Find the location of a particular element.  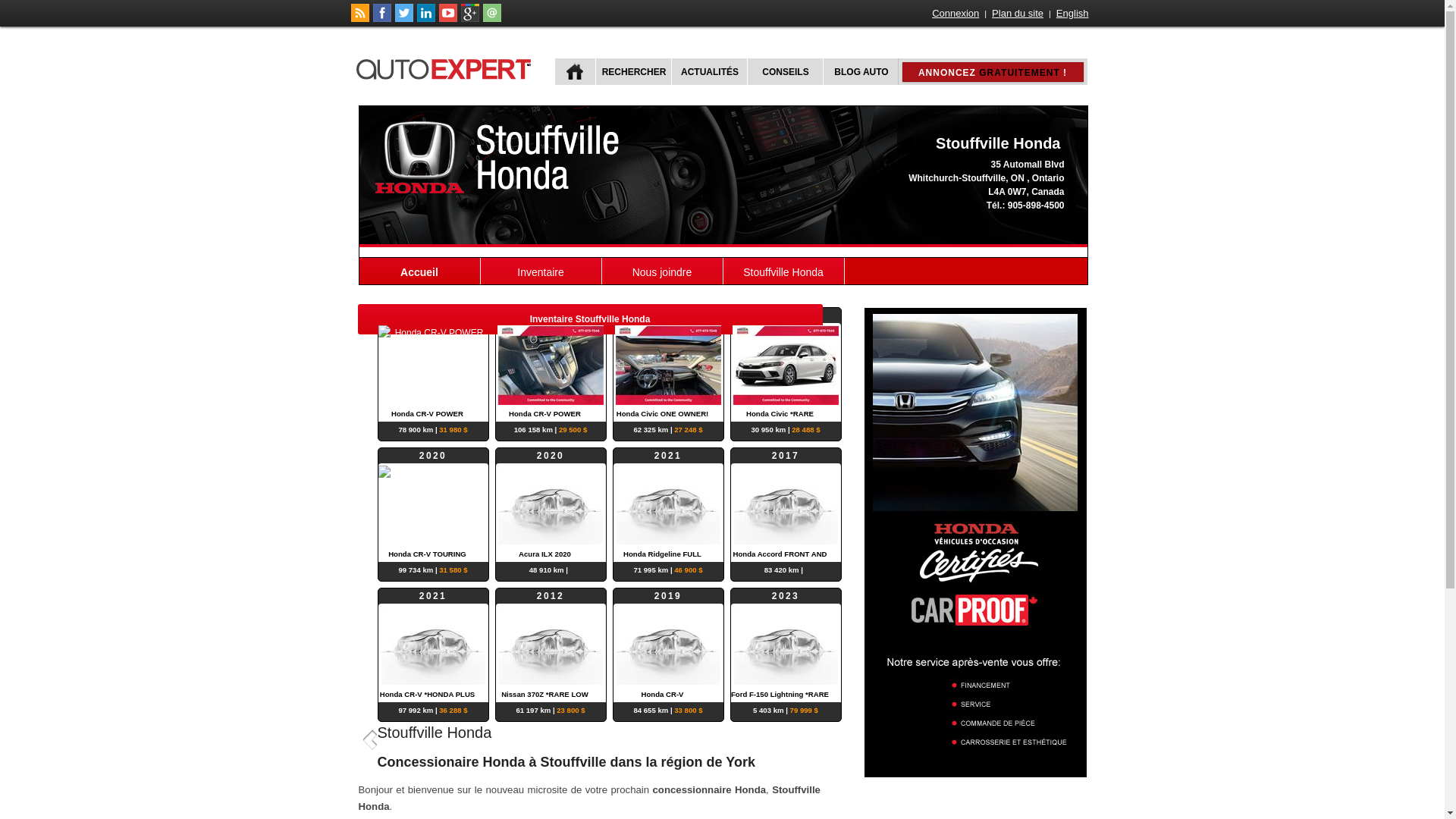

'Suivez Publications Le Guide Inc. sur LinkedIn' is located at coordinates (417, 18).